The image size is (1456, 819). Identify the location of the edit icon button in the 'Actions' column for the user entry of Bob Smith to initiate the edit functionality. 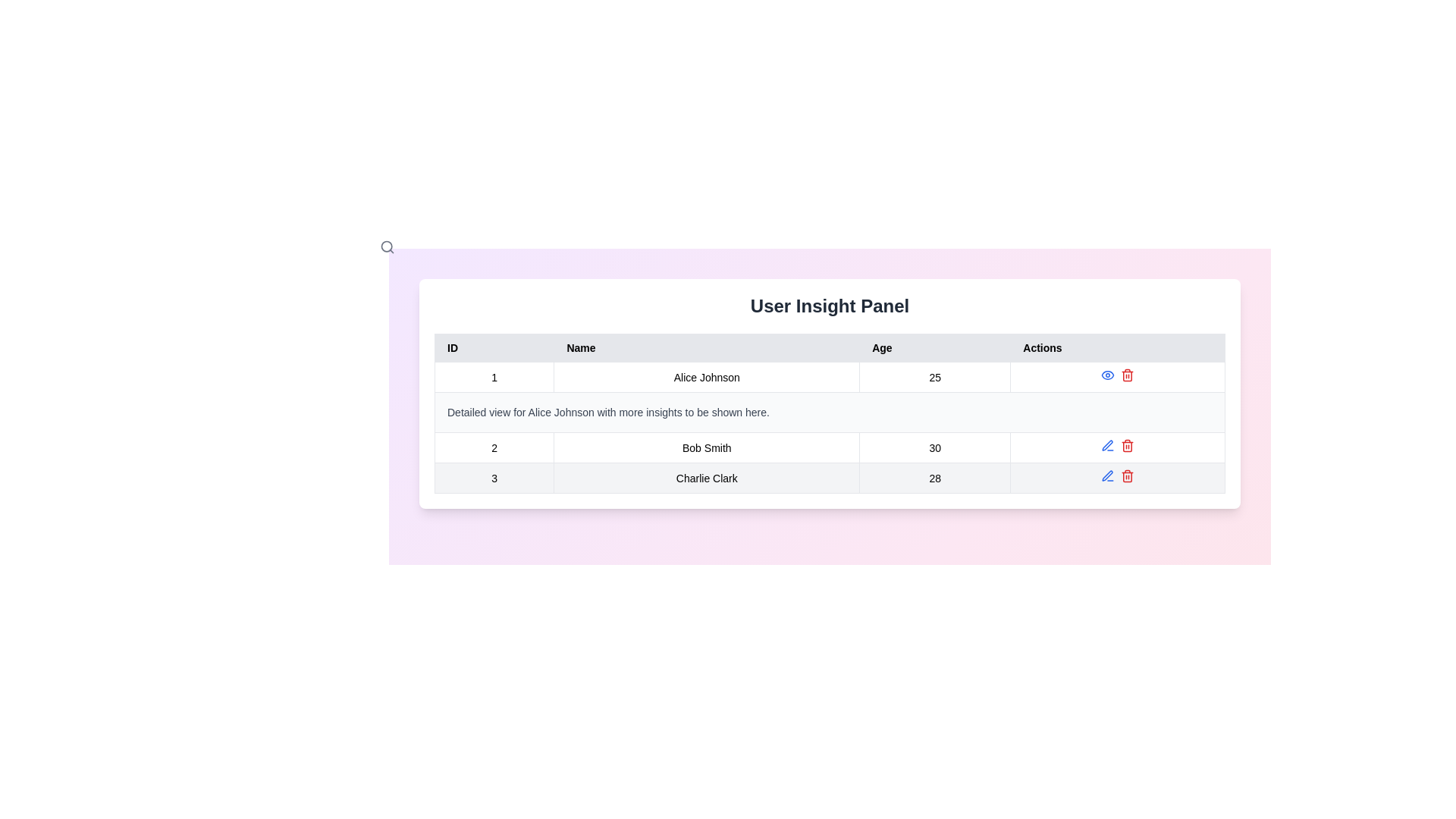
(1106, 475).